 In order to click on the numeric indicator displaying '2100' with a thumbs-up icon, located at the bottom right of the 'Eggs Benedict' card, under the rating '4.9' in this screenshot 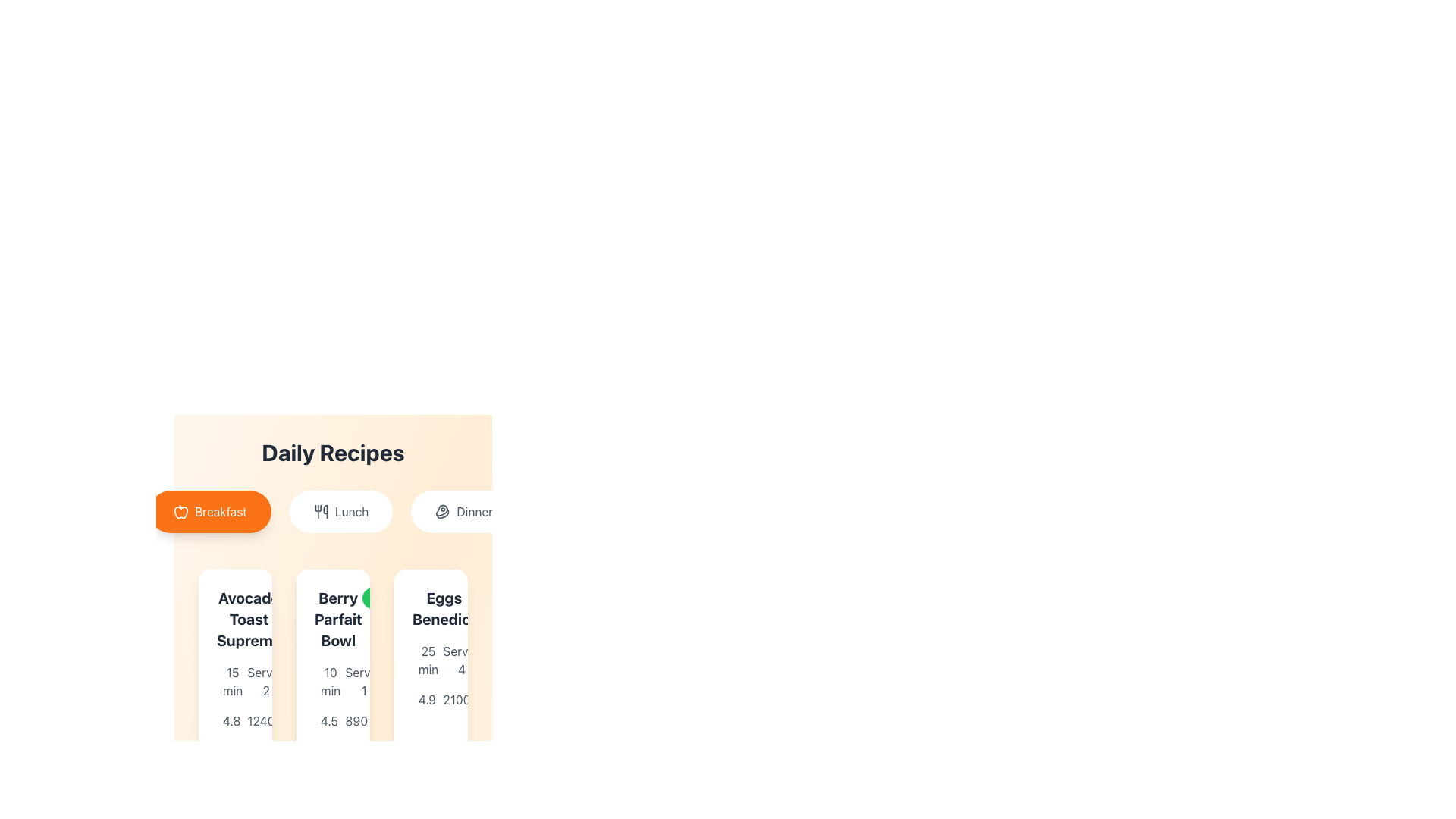, I will do `click(442, 699)`.